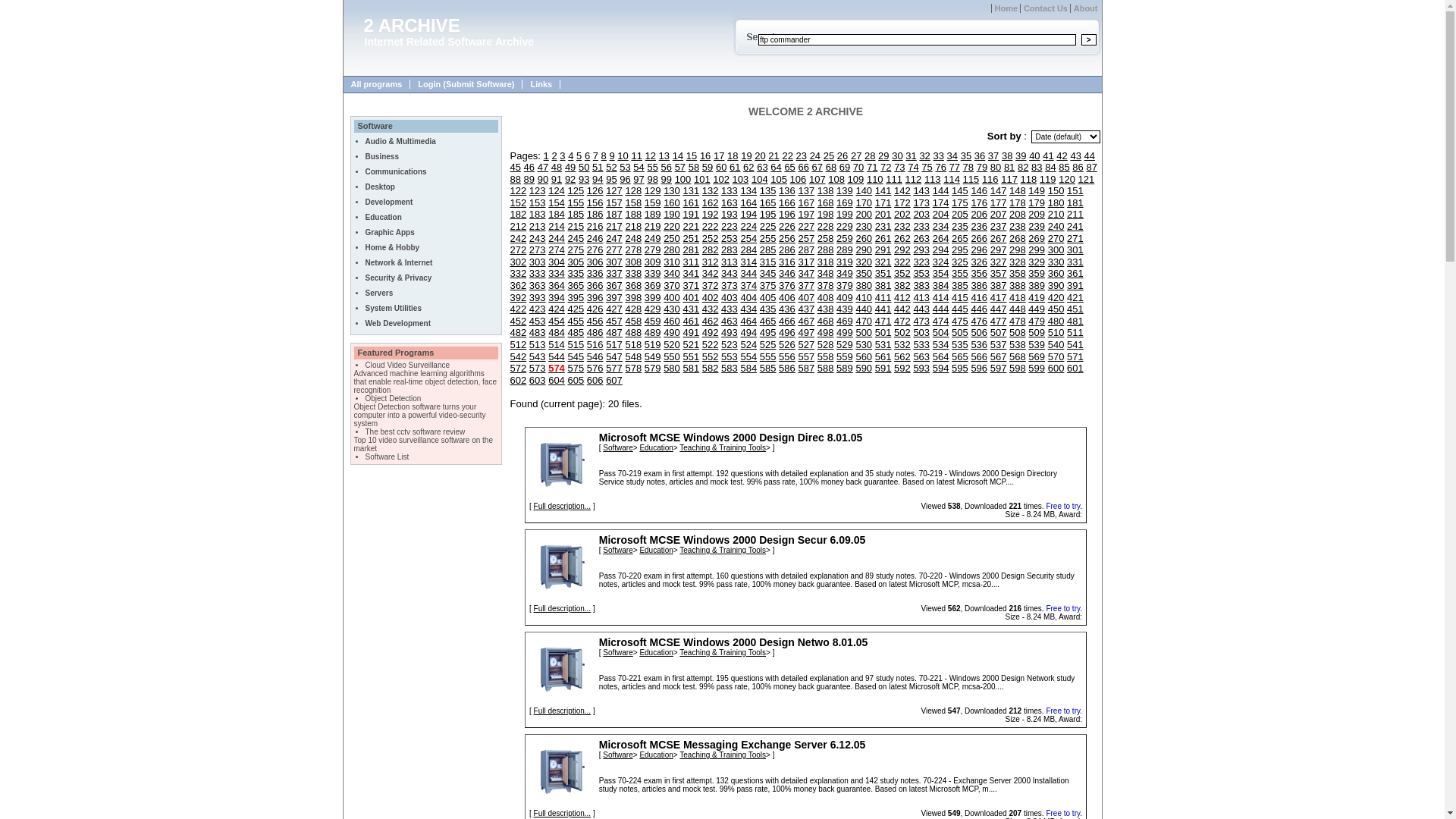 The width and height of the screenshot is (1456, 819). I want to click on '371', so click(682, 285).